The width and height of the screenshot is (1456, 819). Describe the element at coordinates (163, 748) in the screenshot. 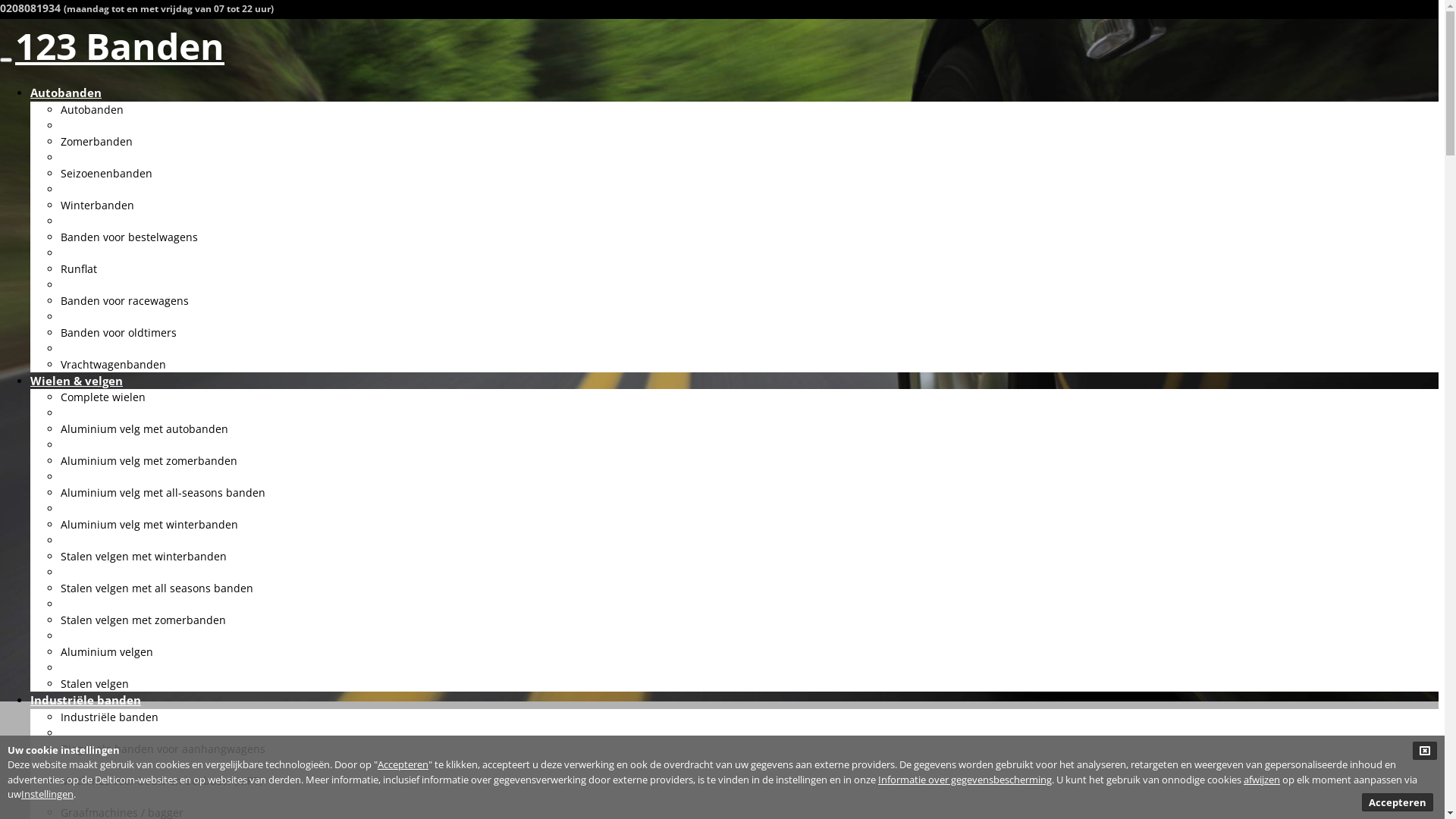

I see `'Diagonale banden voor aanhangwagens'` at that location.